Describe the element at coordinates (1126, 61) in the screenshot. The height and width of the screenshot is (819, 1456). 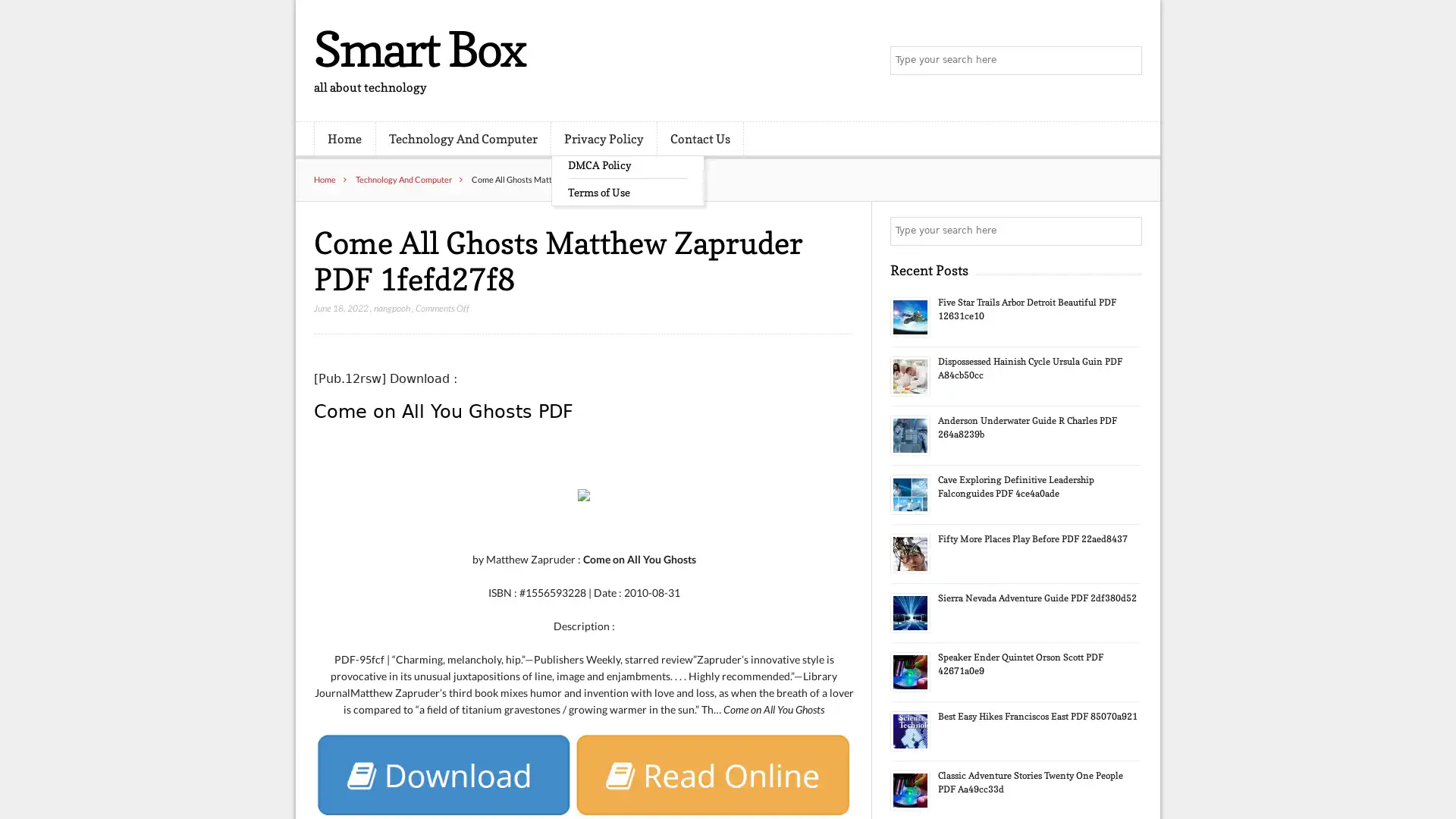
I see `Search` at that location.